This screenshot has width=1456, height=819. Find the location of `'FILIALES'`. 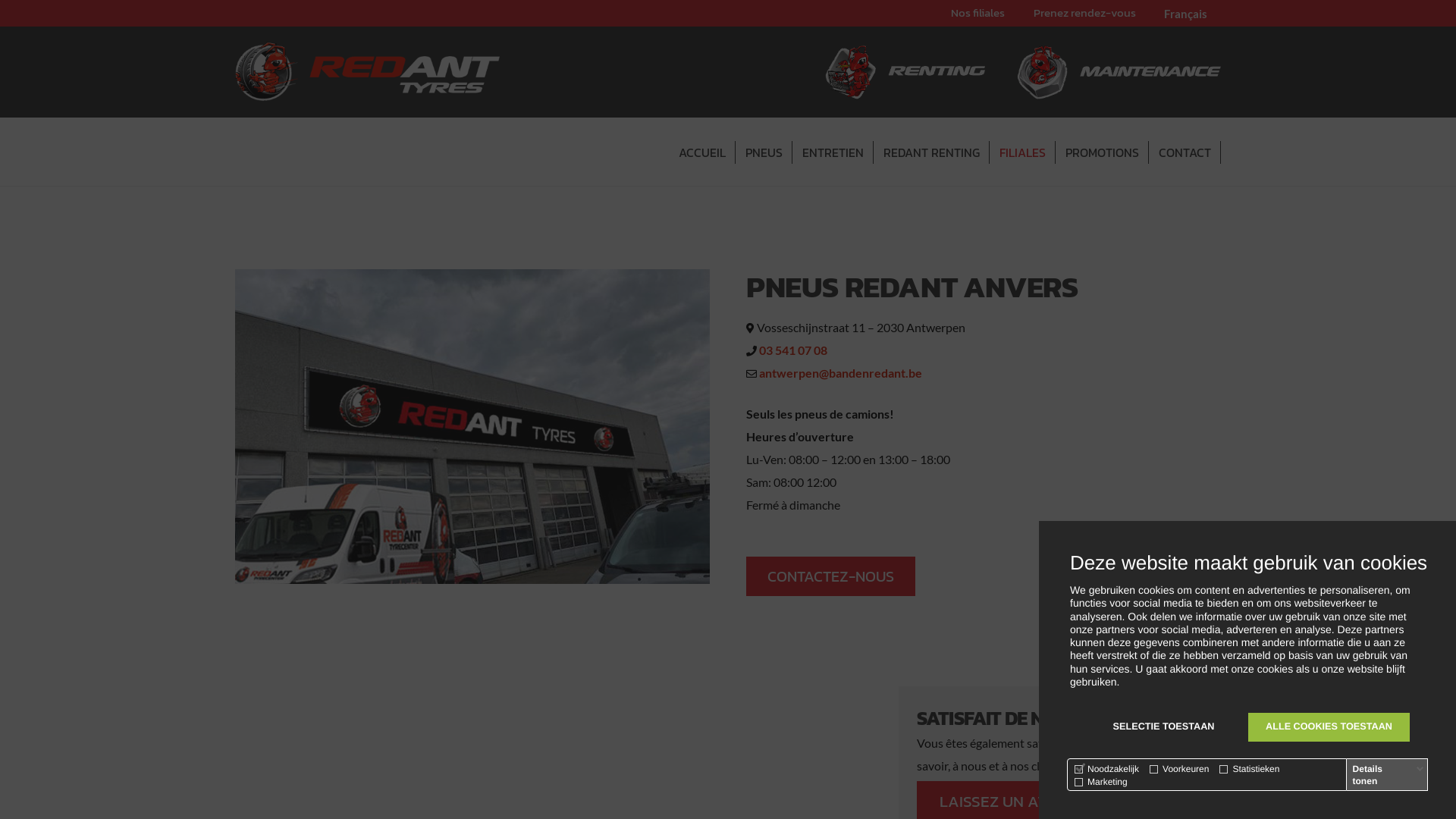

'FILIALES' is located at coordinates (1022, 152).